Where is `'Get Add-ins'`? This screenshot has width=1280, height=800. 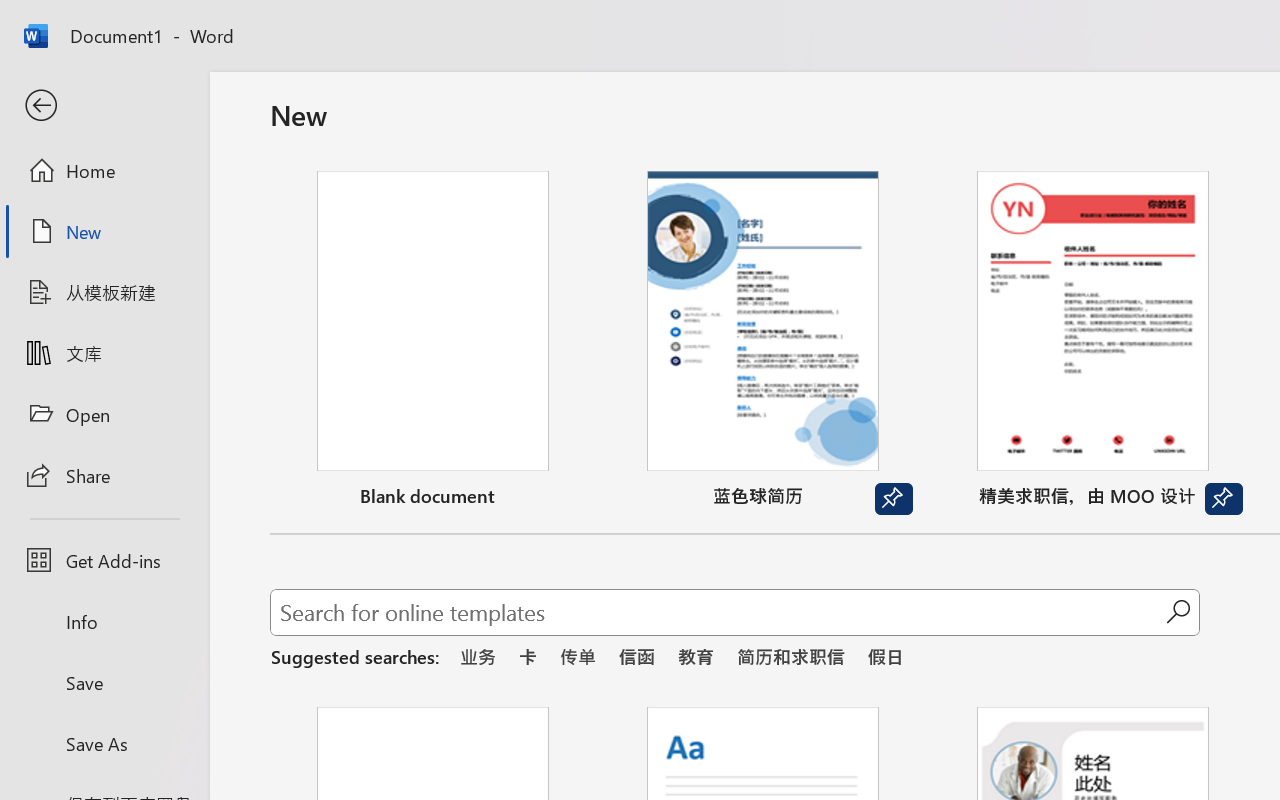
'Get Add-ins' is located at coordinates (103, 560).